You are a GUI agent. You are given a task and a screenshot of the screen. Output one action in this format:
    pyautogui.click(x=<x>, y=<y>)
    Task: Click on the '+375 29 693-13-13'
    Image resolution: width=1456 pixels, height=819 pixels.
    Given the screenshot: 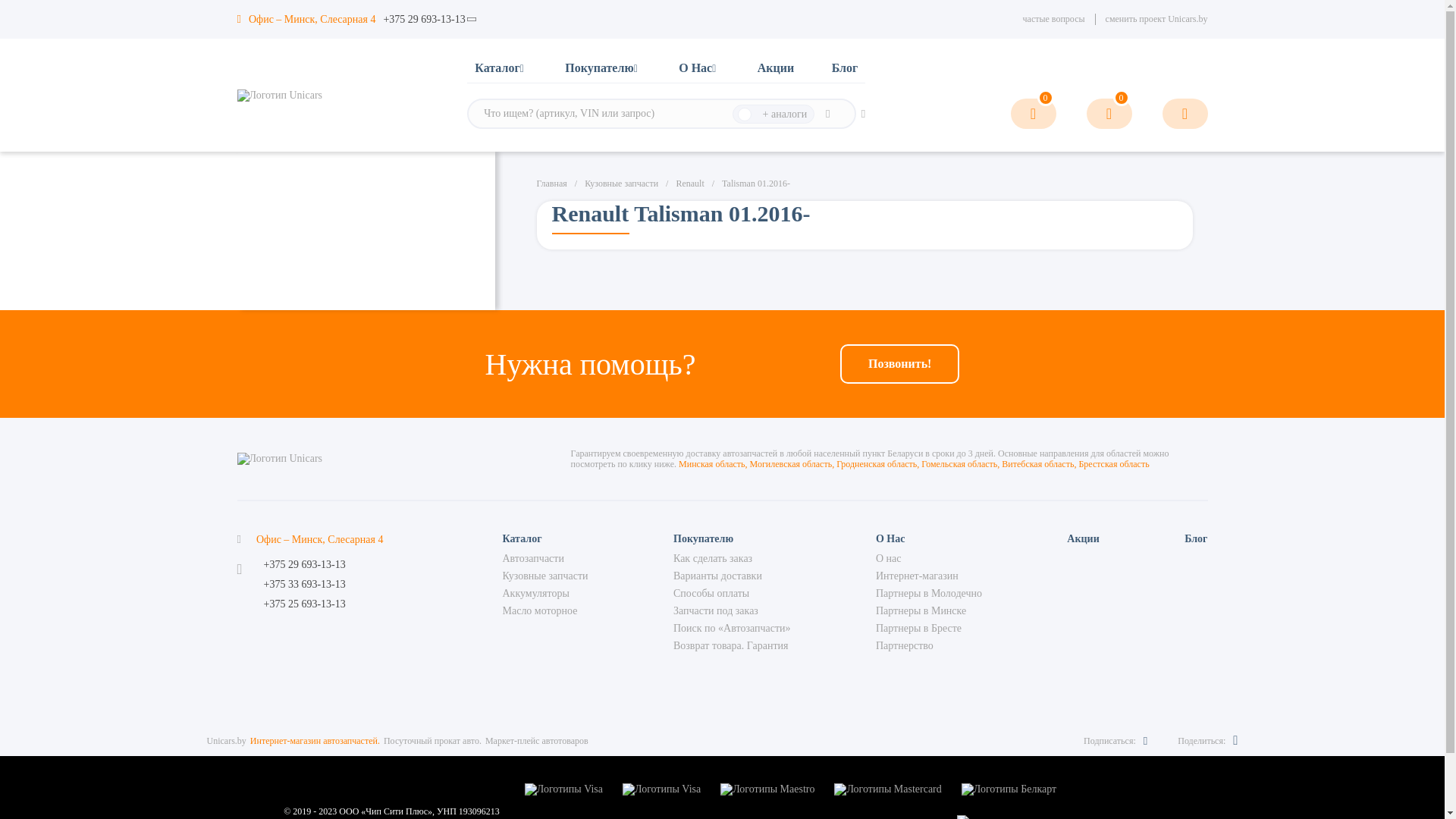 What is the action you would take?
    pyautogui.click(x=304, y=564)
    